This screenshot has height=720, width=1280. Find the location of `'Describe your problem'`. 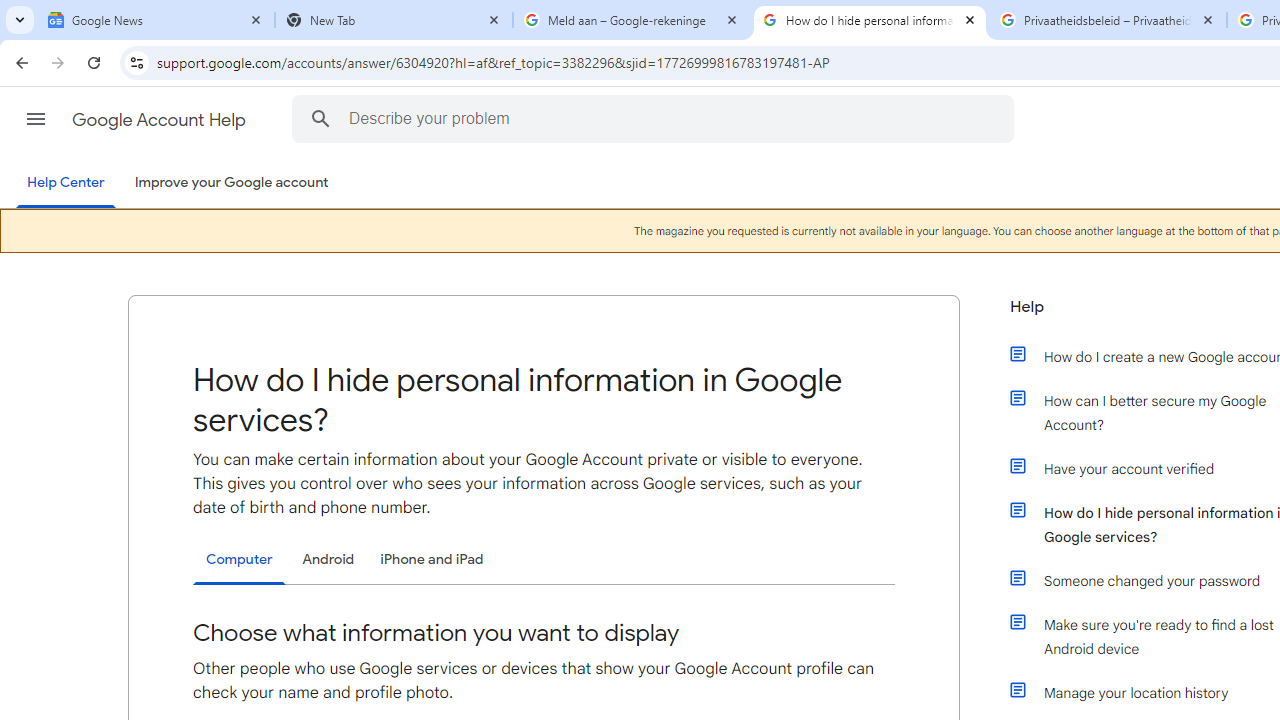

'Describe your problem' is located at coordinates (656, 118).